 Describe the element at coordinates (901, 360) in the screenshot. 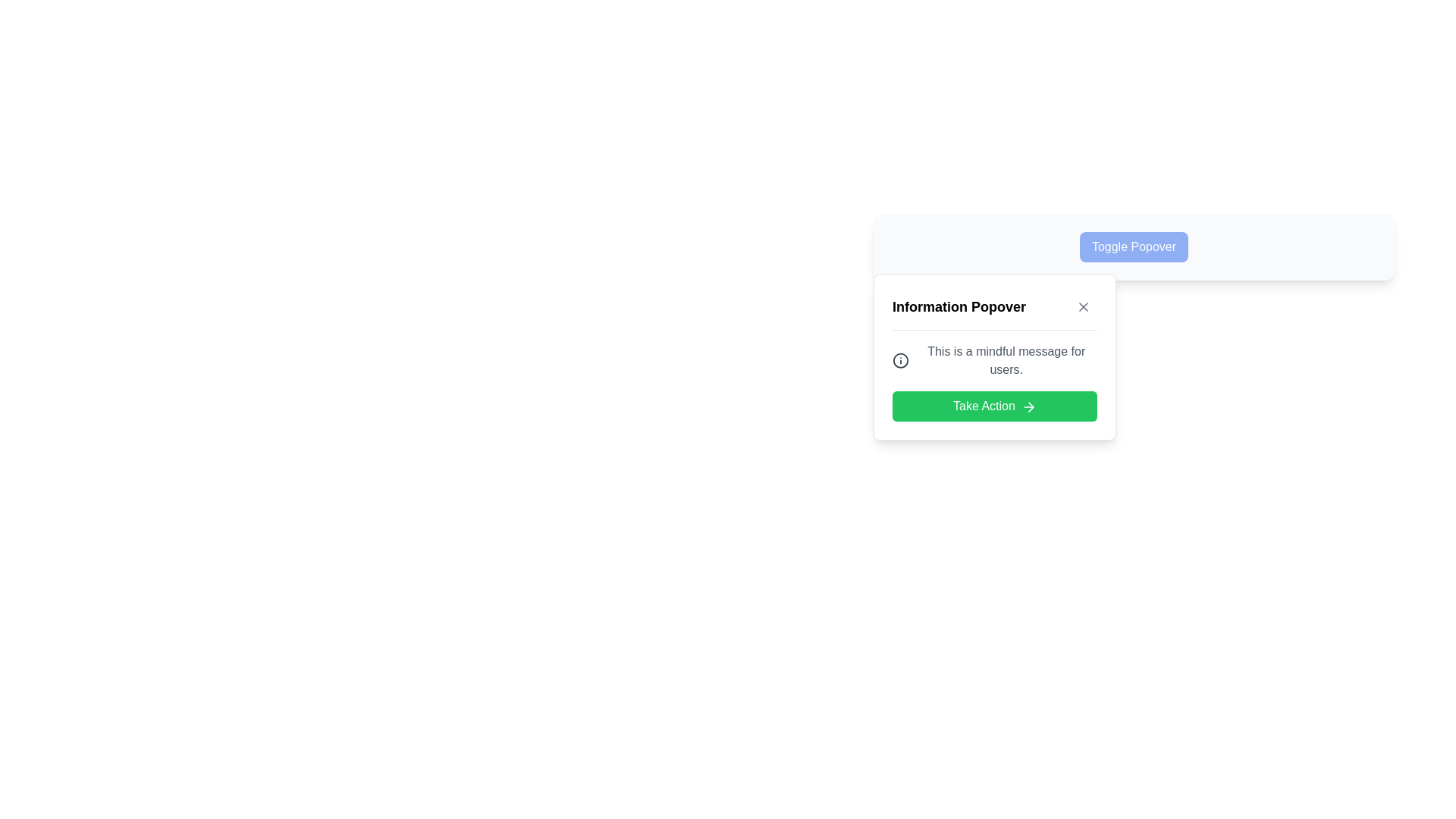

I see `circular SVG graphic element with a dark outline located in the 'Information Popover' modal by using the browser's developer tools` at that location.